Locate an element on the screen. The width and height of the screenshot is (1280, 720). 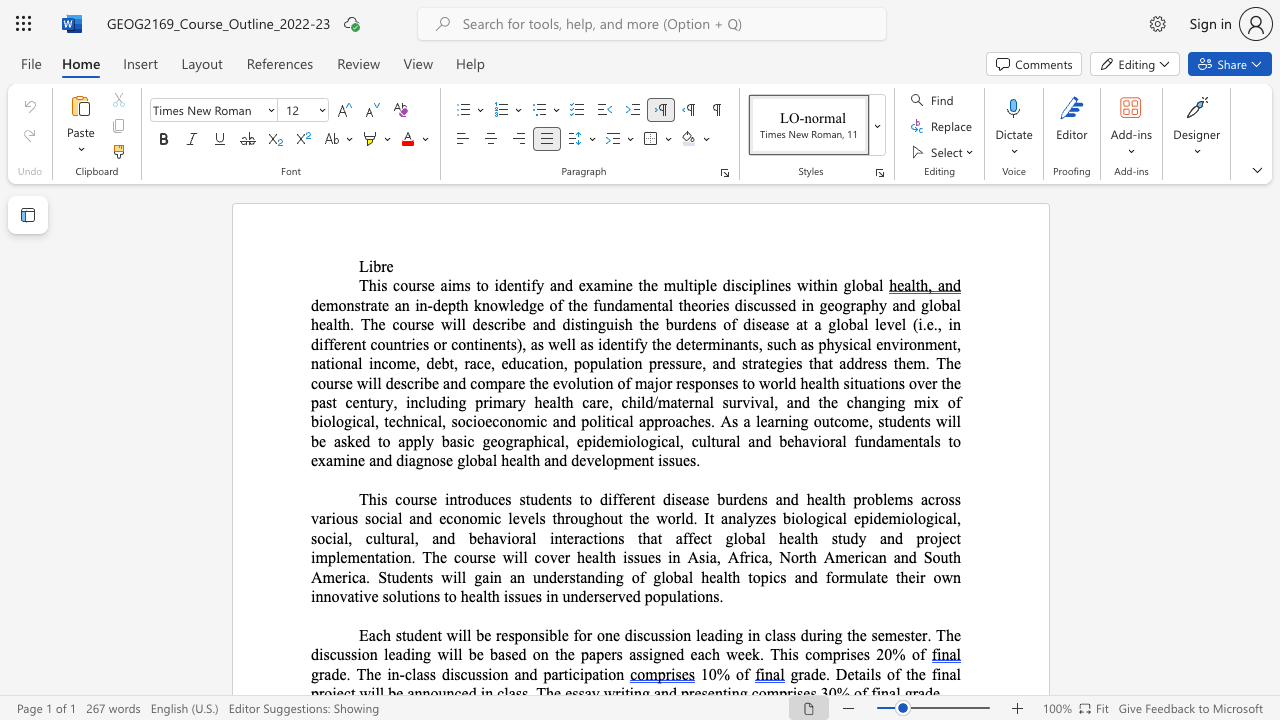
the 22th character "r" in the text is located at coordinates (921, 577).